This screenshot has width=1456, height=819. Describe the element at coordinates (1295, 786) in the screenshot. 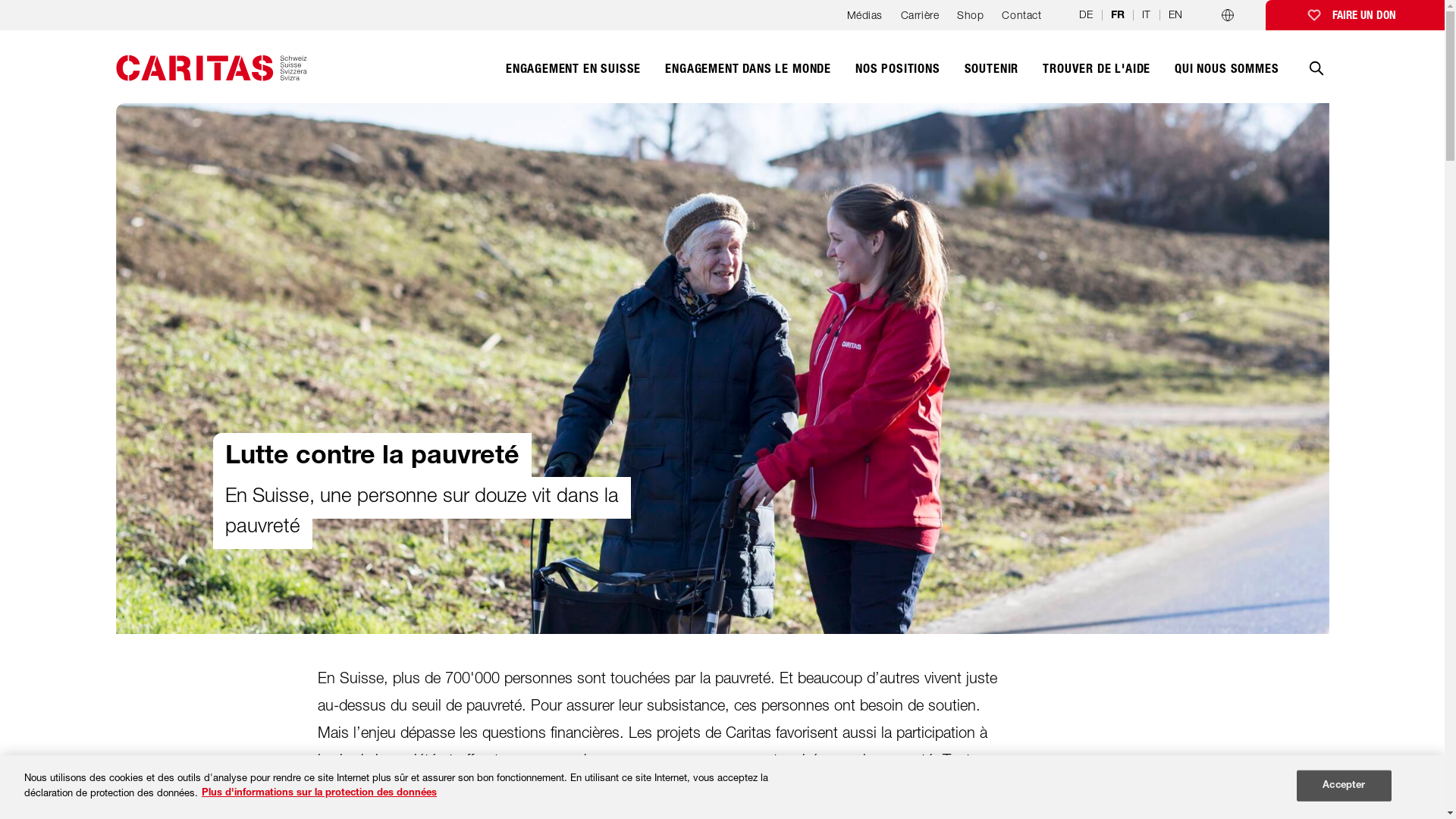

I see `'Accepter'` at that location.